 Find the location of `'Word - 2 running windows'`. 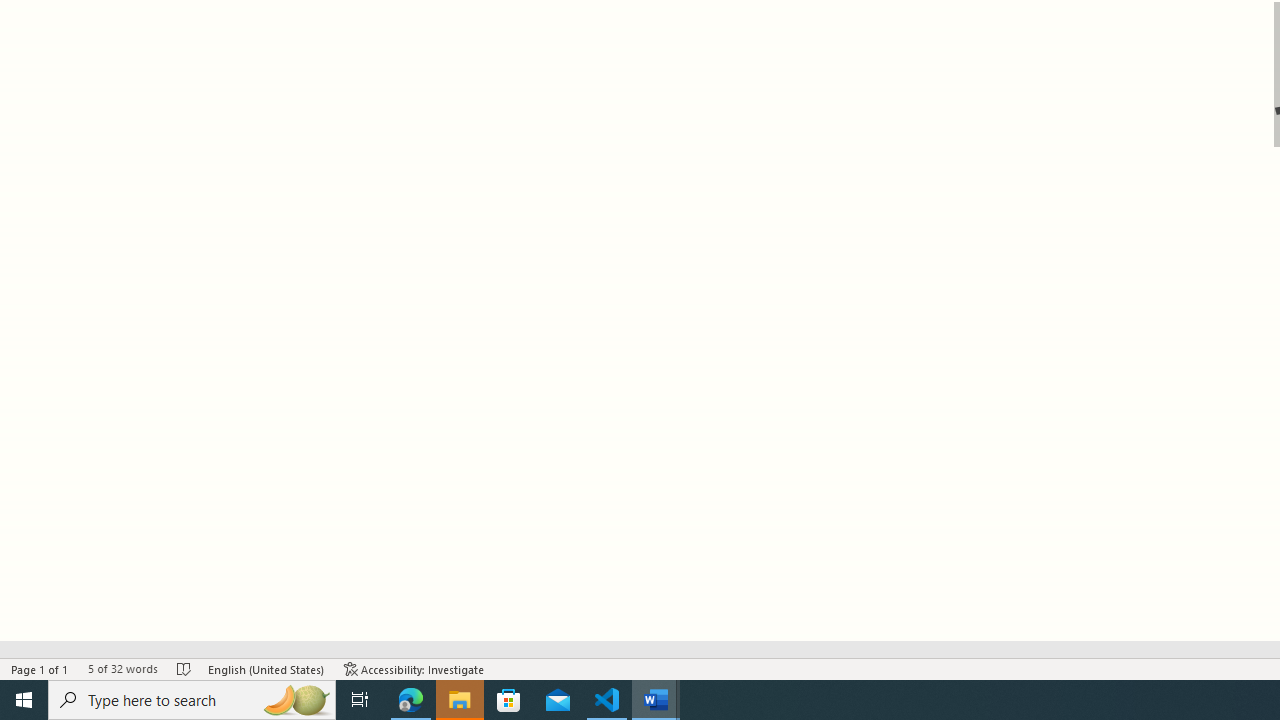

'Word - 2 running windows' is located at coordinates (656, 698).